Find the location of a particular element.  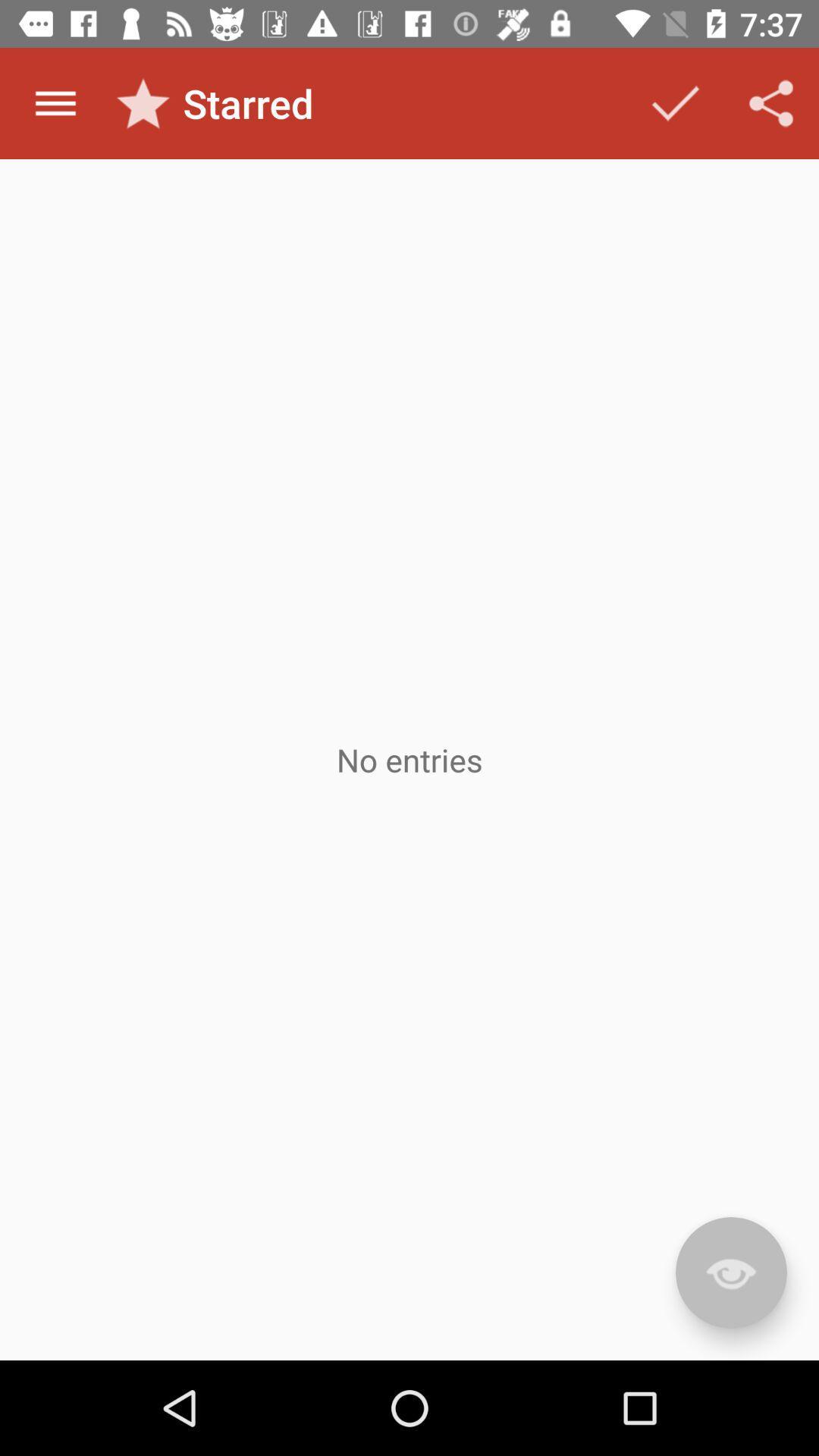

app above no entries item is located at coordinates (675, 102).